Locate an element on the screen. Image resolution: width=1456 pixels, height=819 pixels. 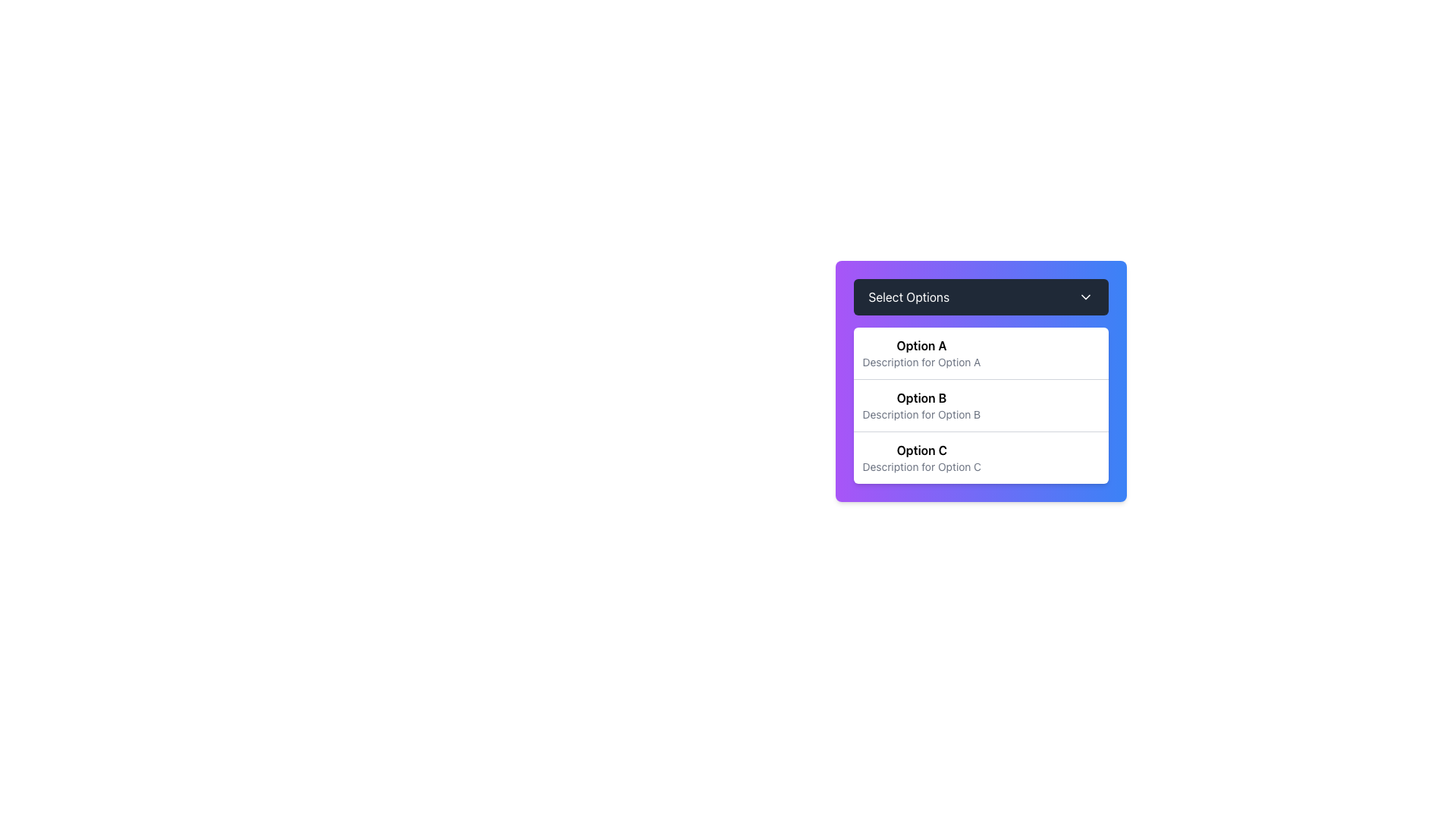
the second item in the dropdown menu is located at coordinates (981, 380).